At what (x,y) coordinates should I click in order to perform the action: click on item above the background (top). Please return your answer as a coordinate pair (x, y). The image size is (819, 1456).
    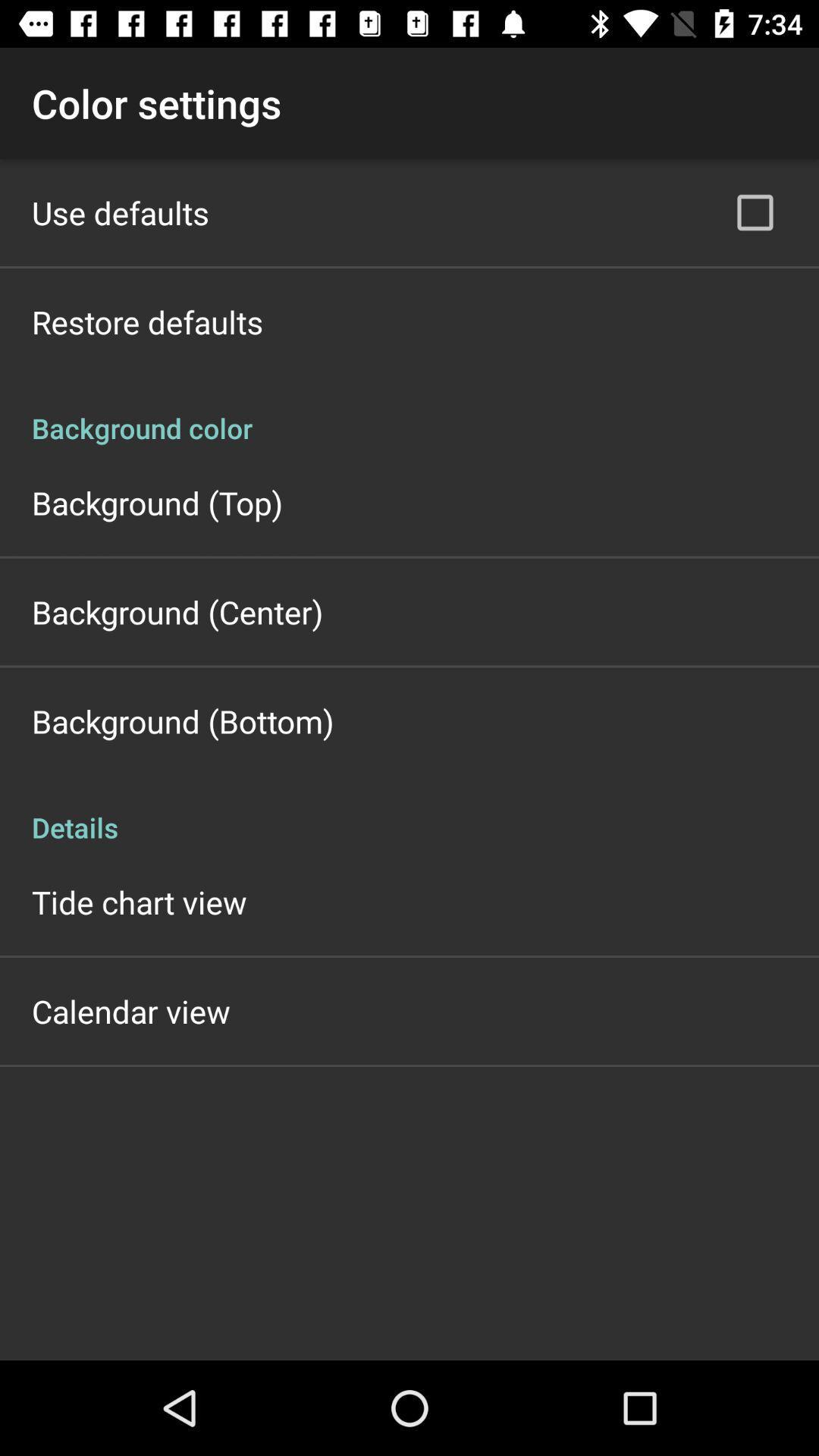
    Looking at the image, I should click on (409, 412).